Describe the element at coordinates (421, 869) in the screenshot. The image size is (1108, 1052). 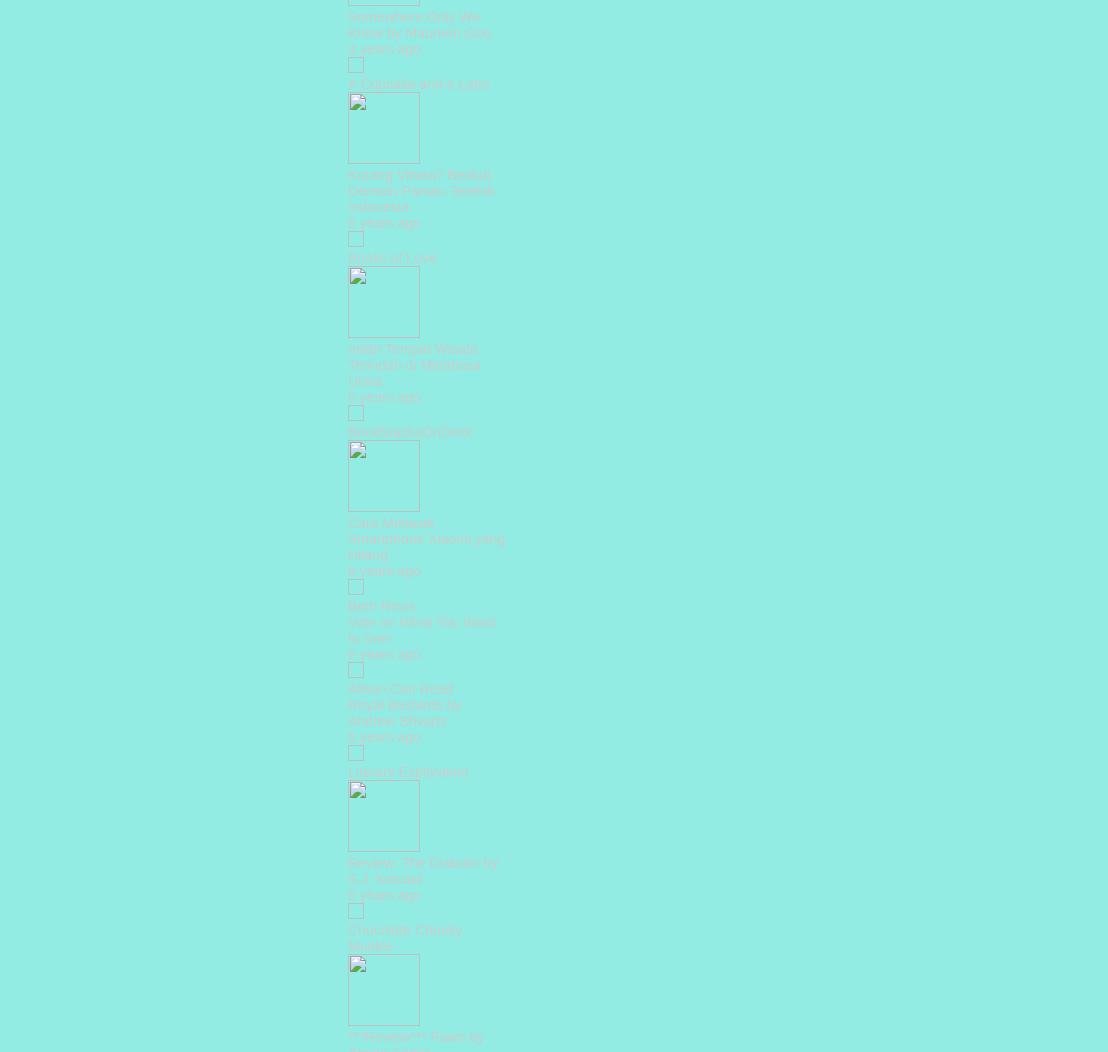
I see `'Review: The Diabolic by S.J. Kincaid'` at that location.